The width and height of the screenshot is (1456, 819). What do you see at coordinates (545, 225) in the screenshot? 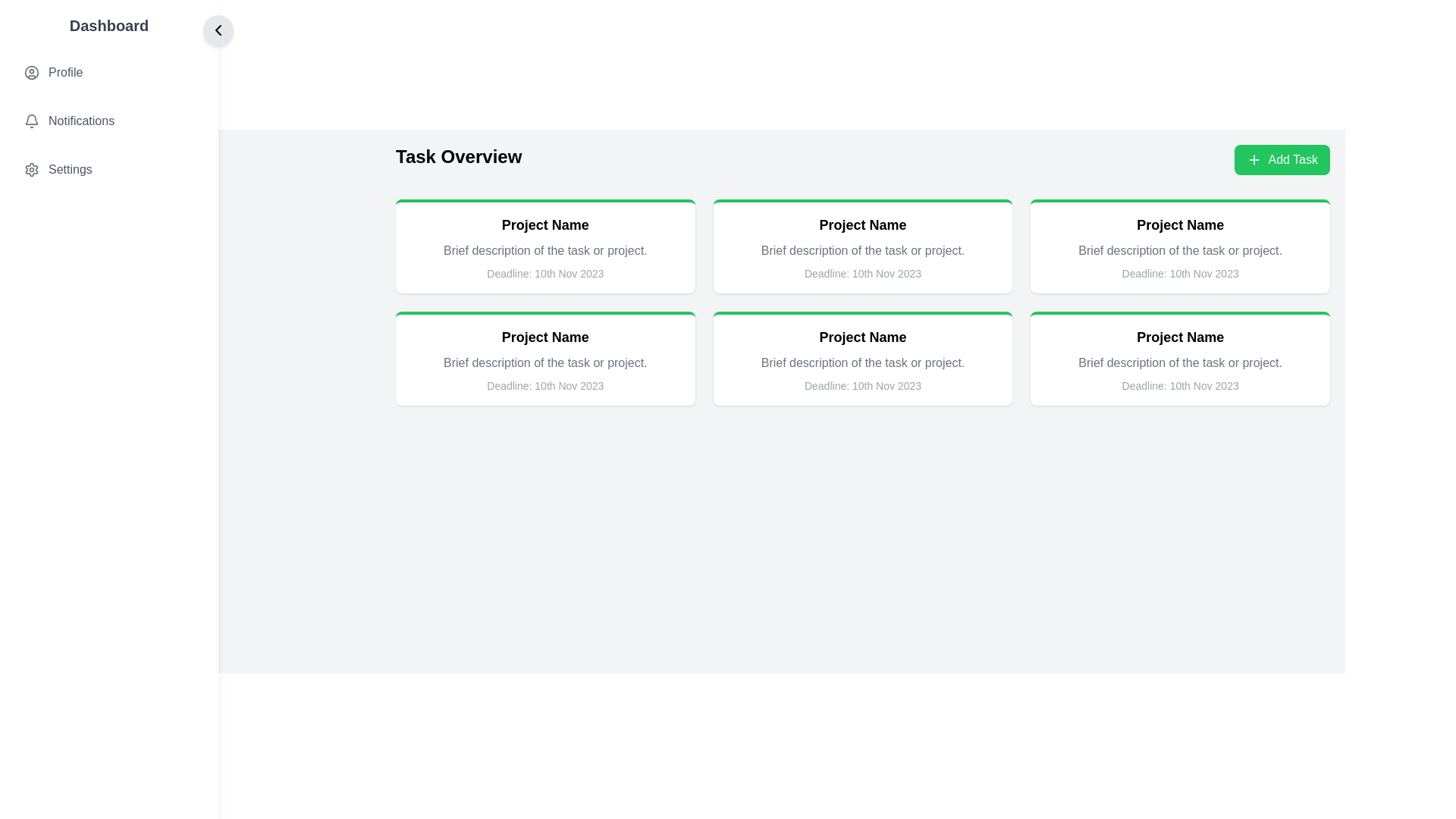
I see `text content of the Heading element located at the top-left corner of the card in the 'Task Overview' section, which serves as a title or heading for the project or task` at bounding box center [545, 225].